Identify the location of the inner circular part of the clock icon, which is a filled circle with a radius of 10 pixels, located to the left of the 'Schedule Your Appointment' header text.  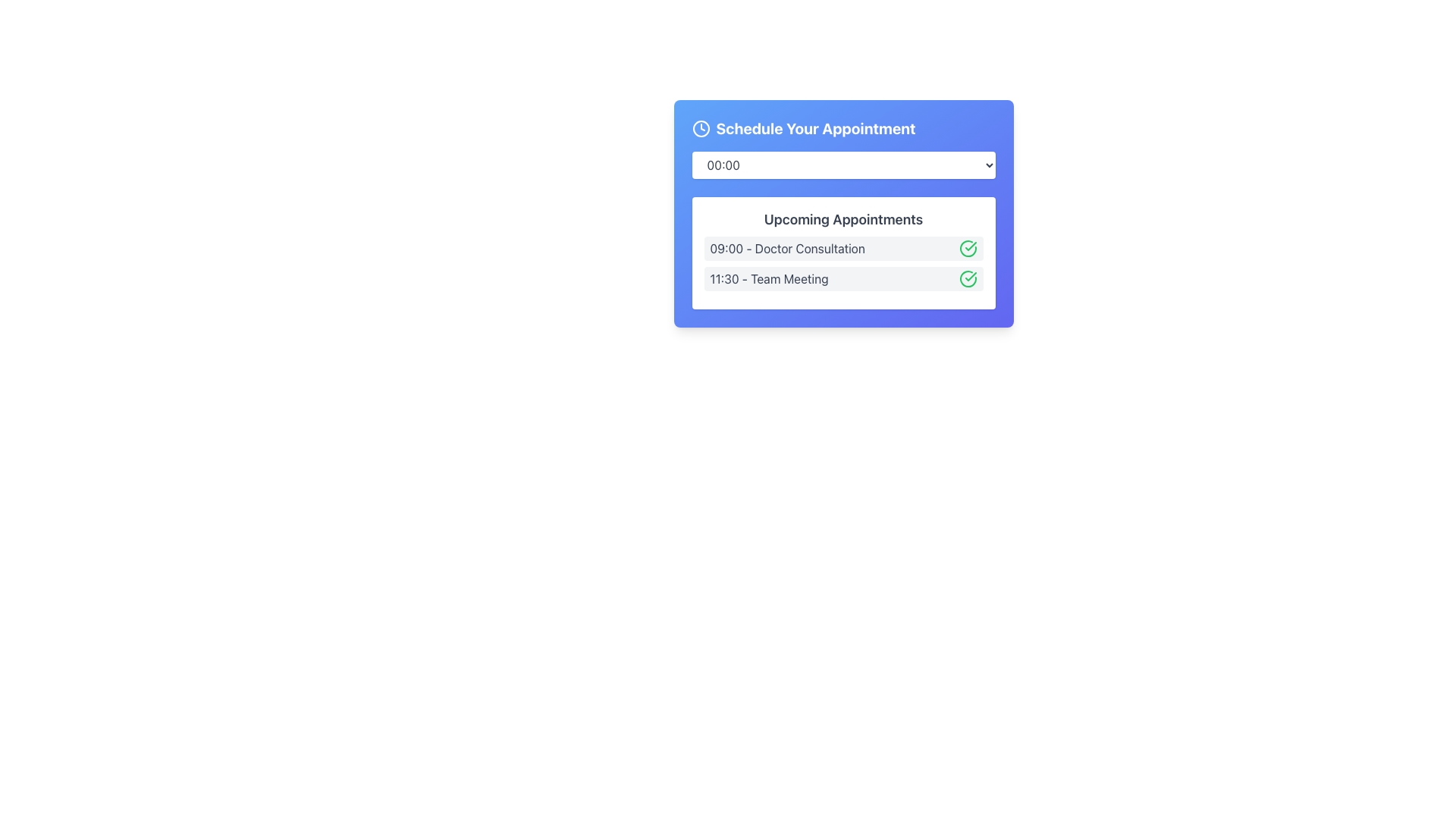
(700, 127).